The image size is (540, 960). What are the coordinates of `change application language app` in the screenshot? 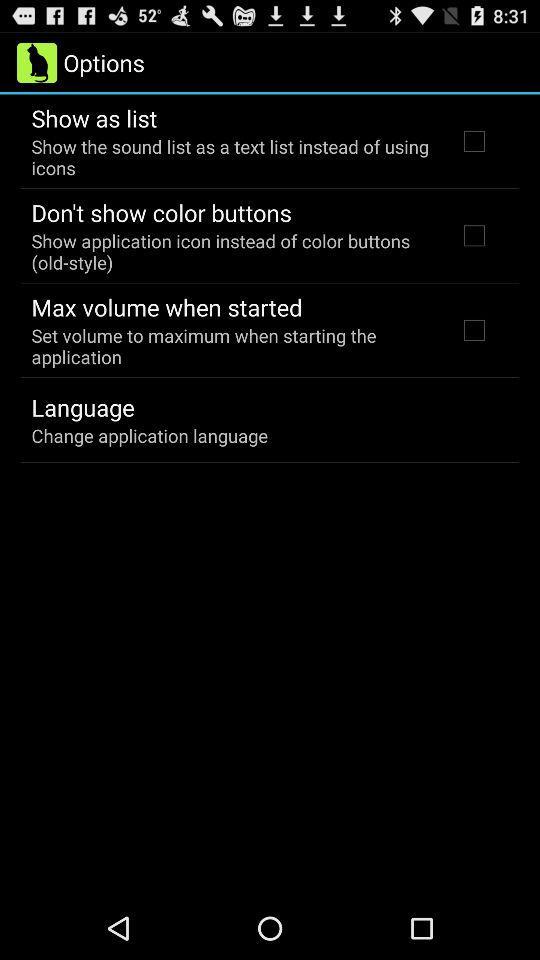 It's located at (148, 435).